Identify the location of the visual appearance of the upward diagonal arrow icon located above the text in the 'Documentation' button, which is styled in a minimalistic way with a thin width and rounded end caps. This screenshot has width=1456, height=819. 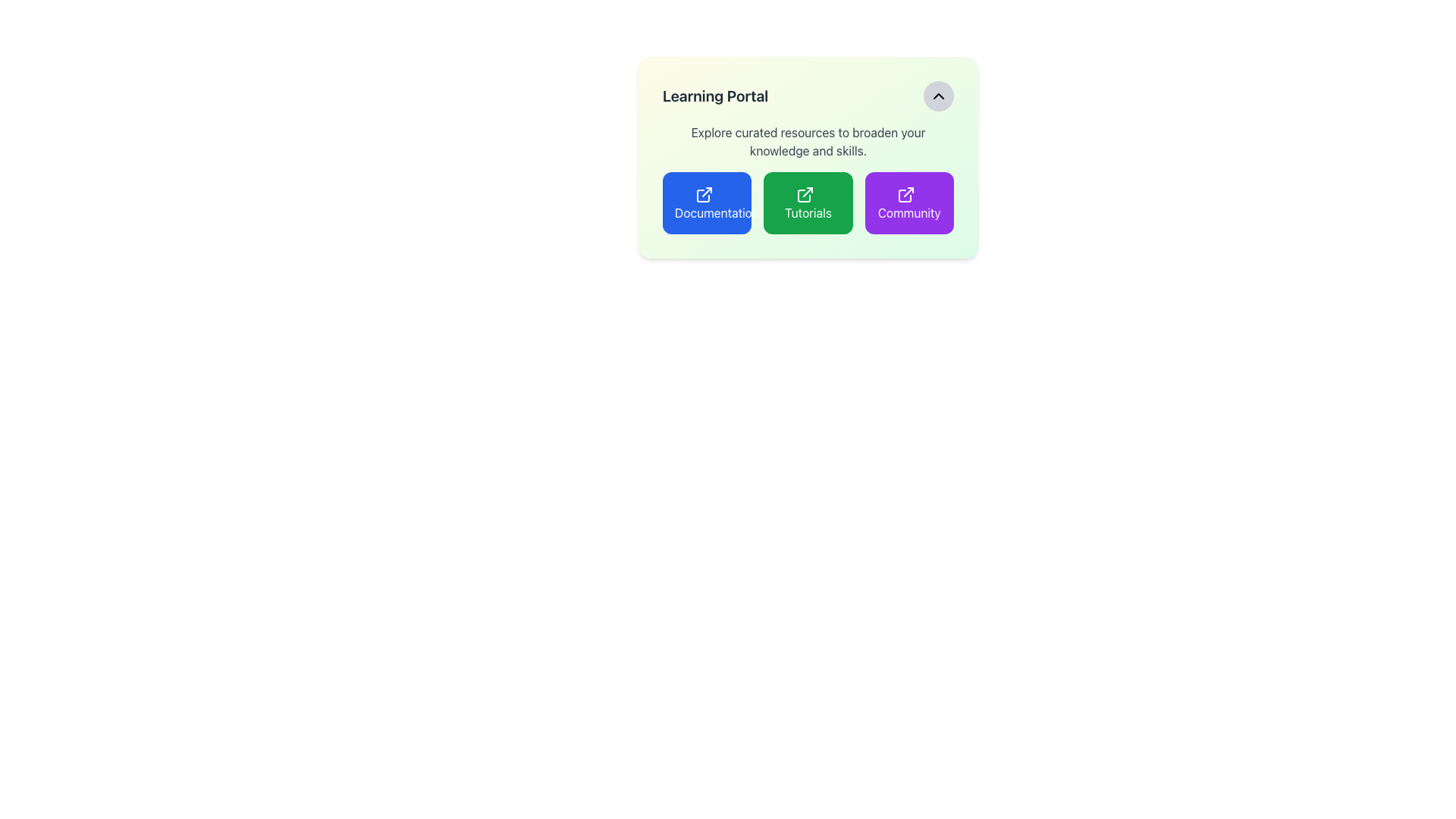
(706, 191).